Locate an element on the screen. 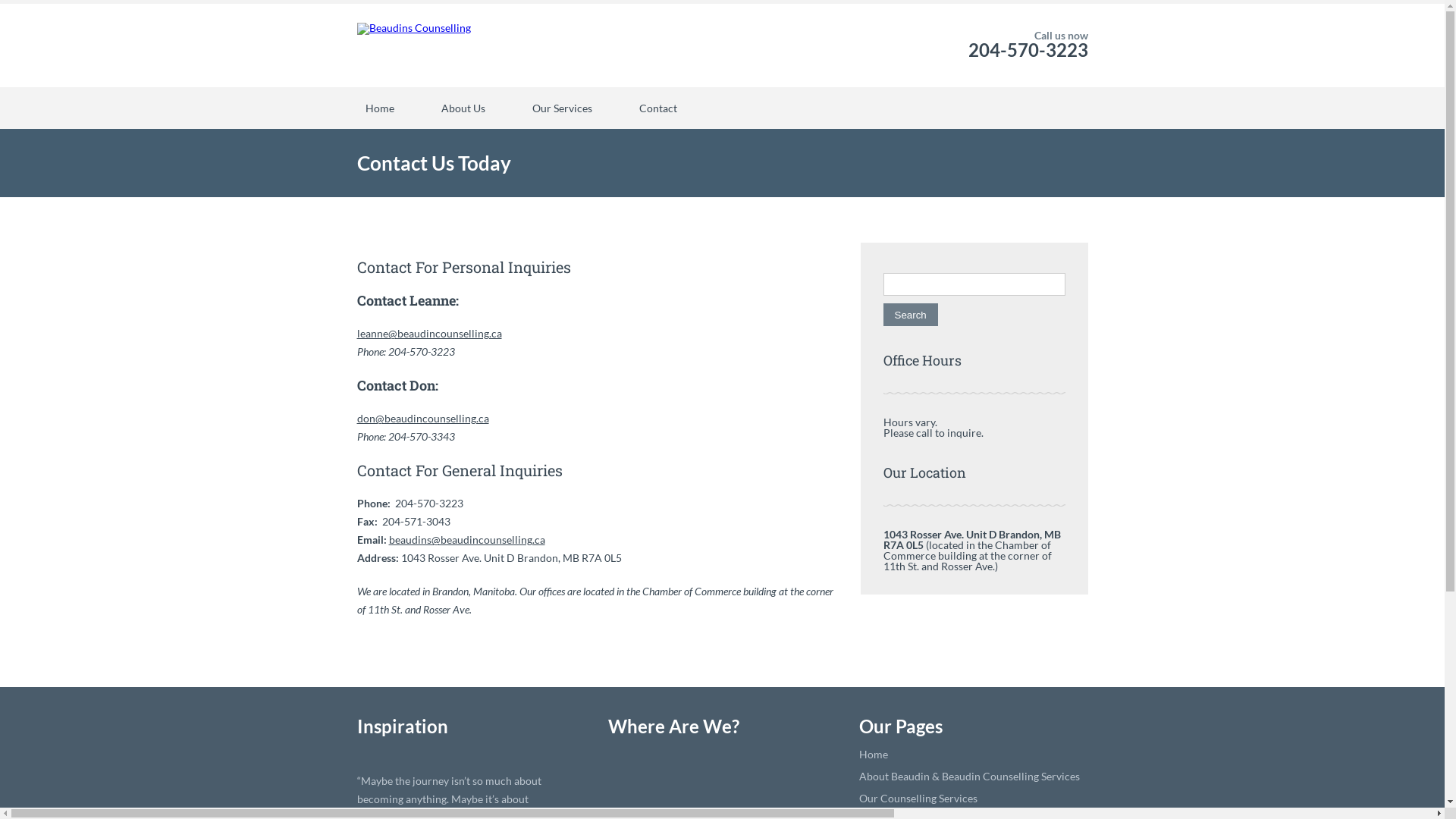  'Beaudins Counselling' is located at coordinates (413, 29).